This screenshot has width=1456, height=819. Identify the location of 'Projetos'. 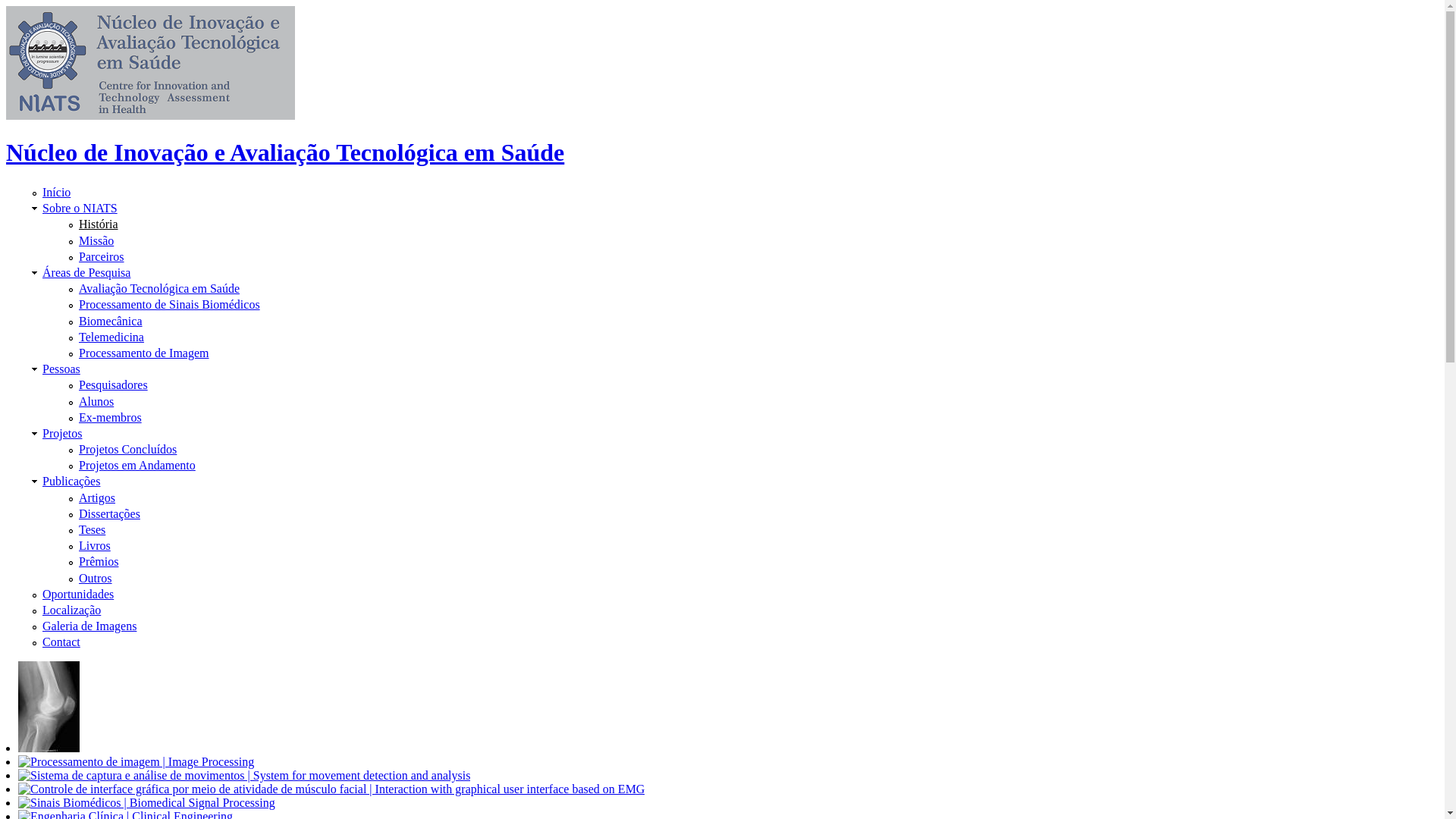
(61, 433).